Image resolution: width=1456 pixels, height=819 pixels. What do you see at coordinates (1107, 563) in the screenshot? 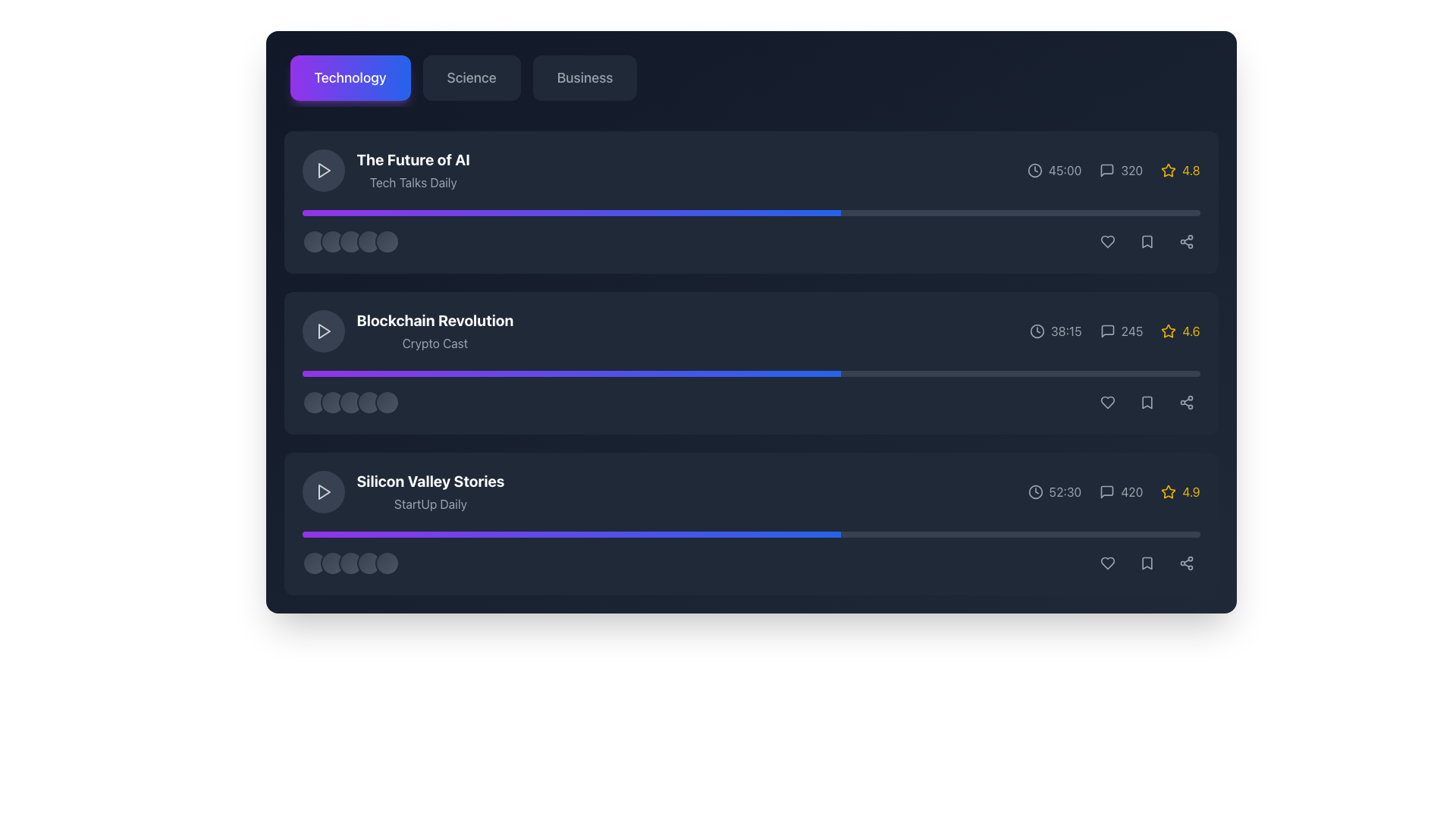
I see `the 'like' icon button located at the bottom-right of the third content item in the list layout` at bounding box center [1107, 563].